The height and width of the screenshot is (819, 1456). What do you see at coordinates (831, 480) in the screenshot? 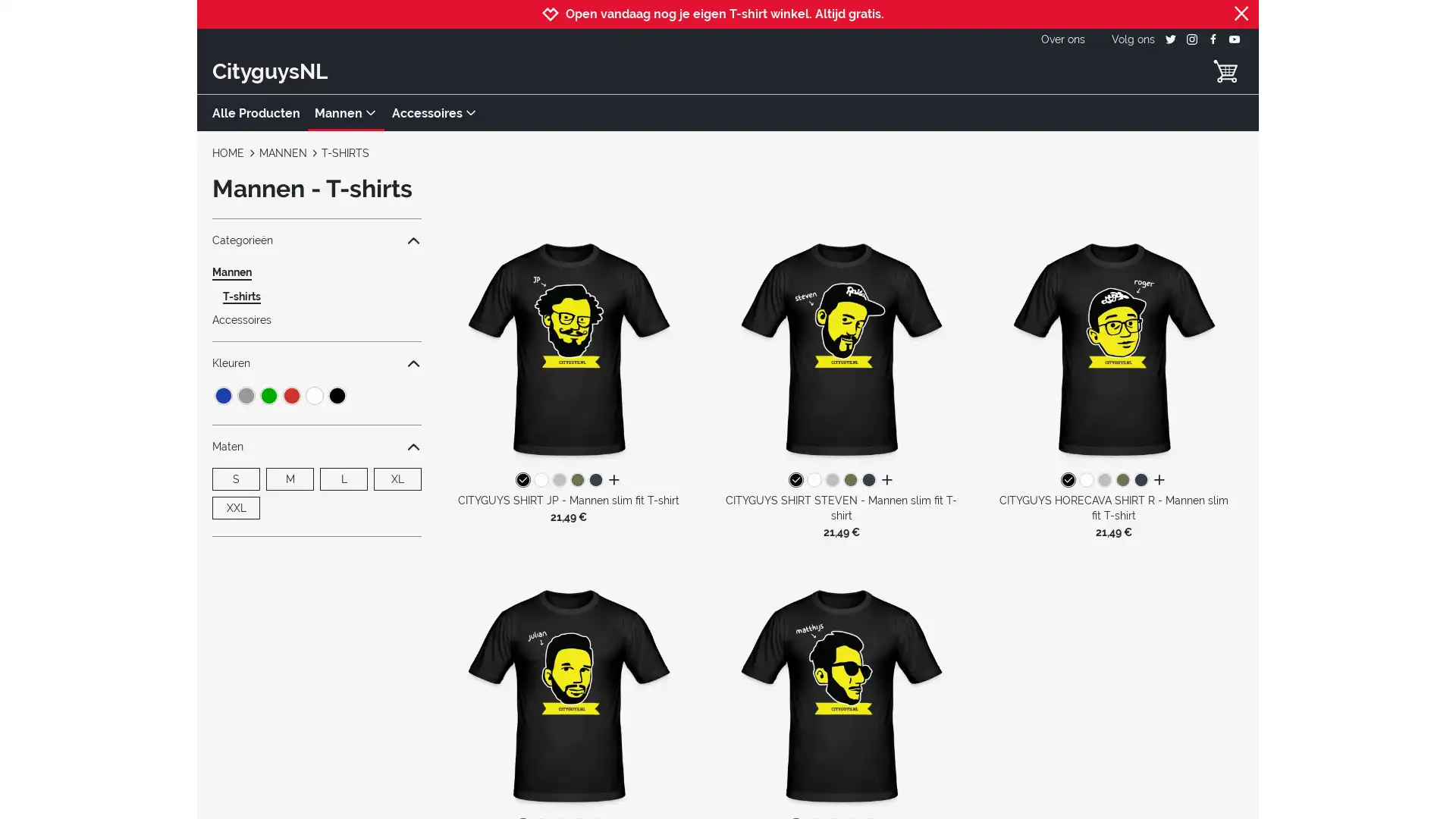
I see `grijs gemeleerd` at bounding box center [831, 480].